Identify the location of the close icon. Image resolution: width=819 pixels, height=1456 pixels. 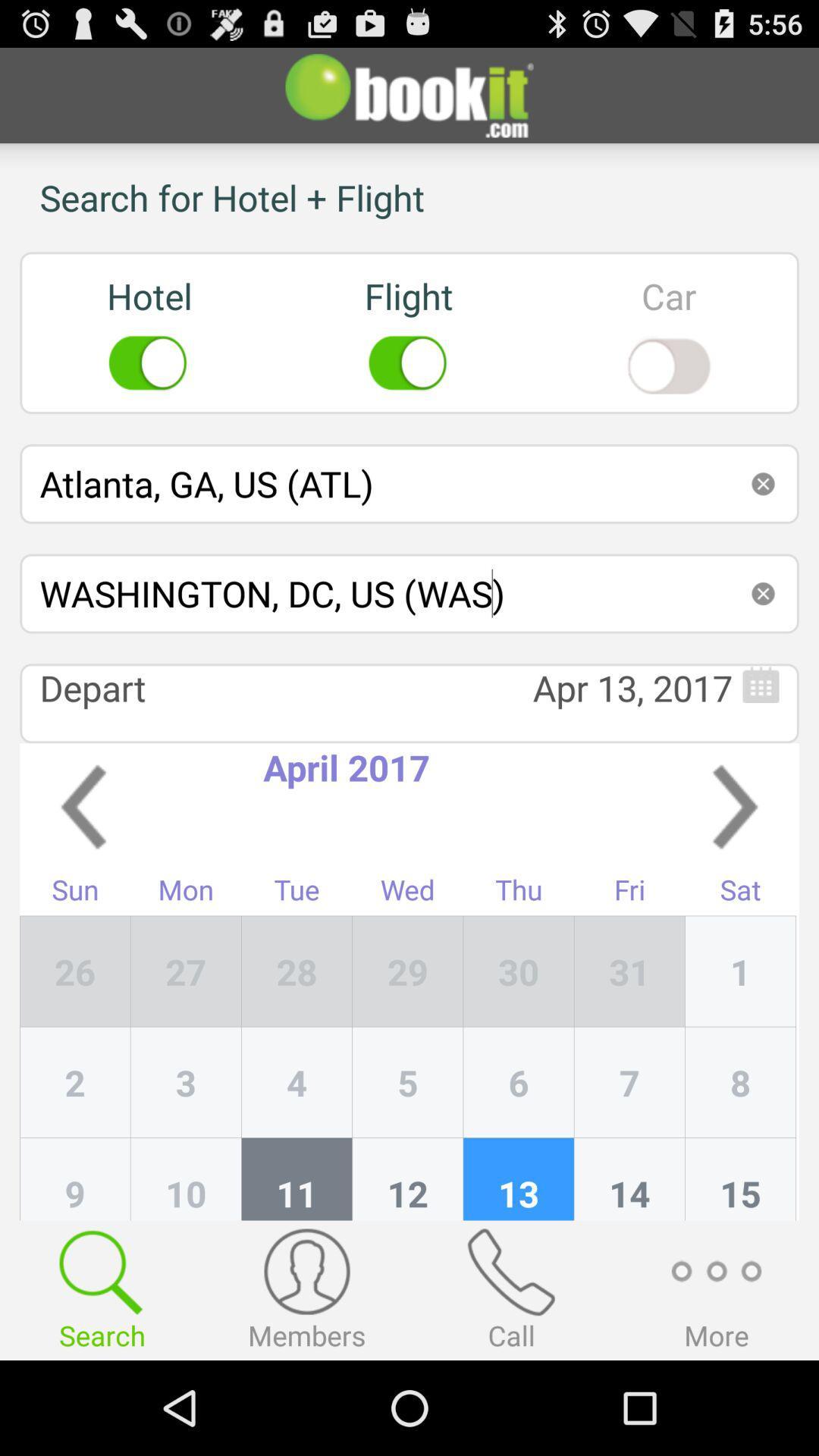
(763, 518).